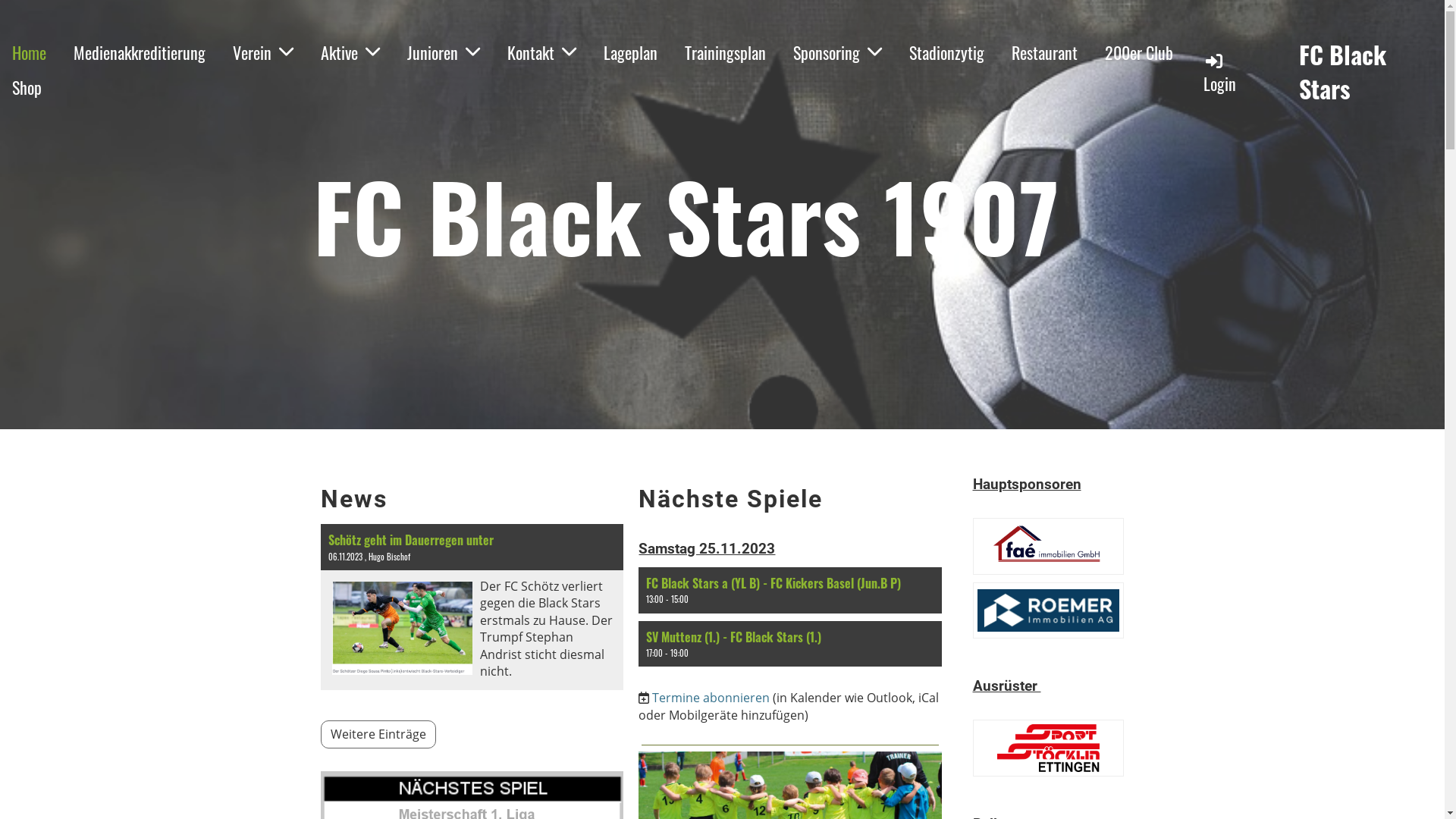 The height and width of the screenshot is (819, 1456). I want to click on 'Shop', so click(27, 87).